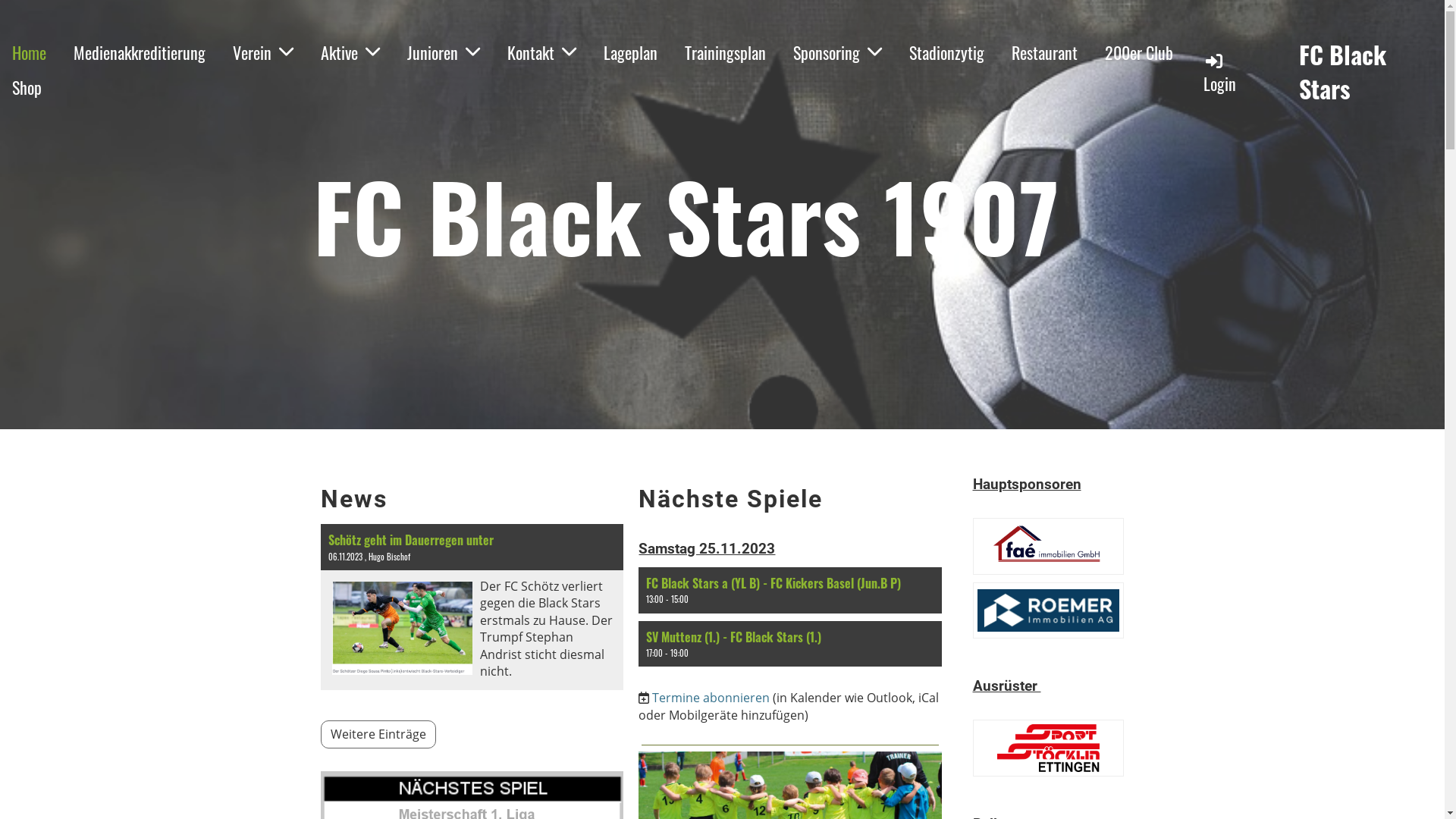 The height and width of the screenshot is (819, 1456). I want to click on 'Shop', so click(27, 87).